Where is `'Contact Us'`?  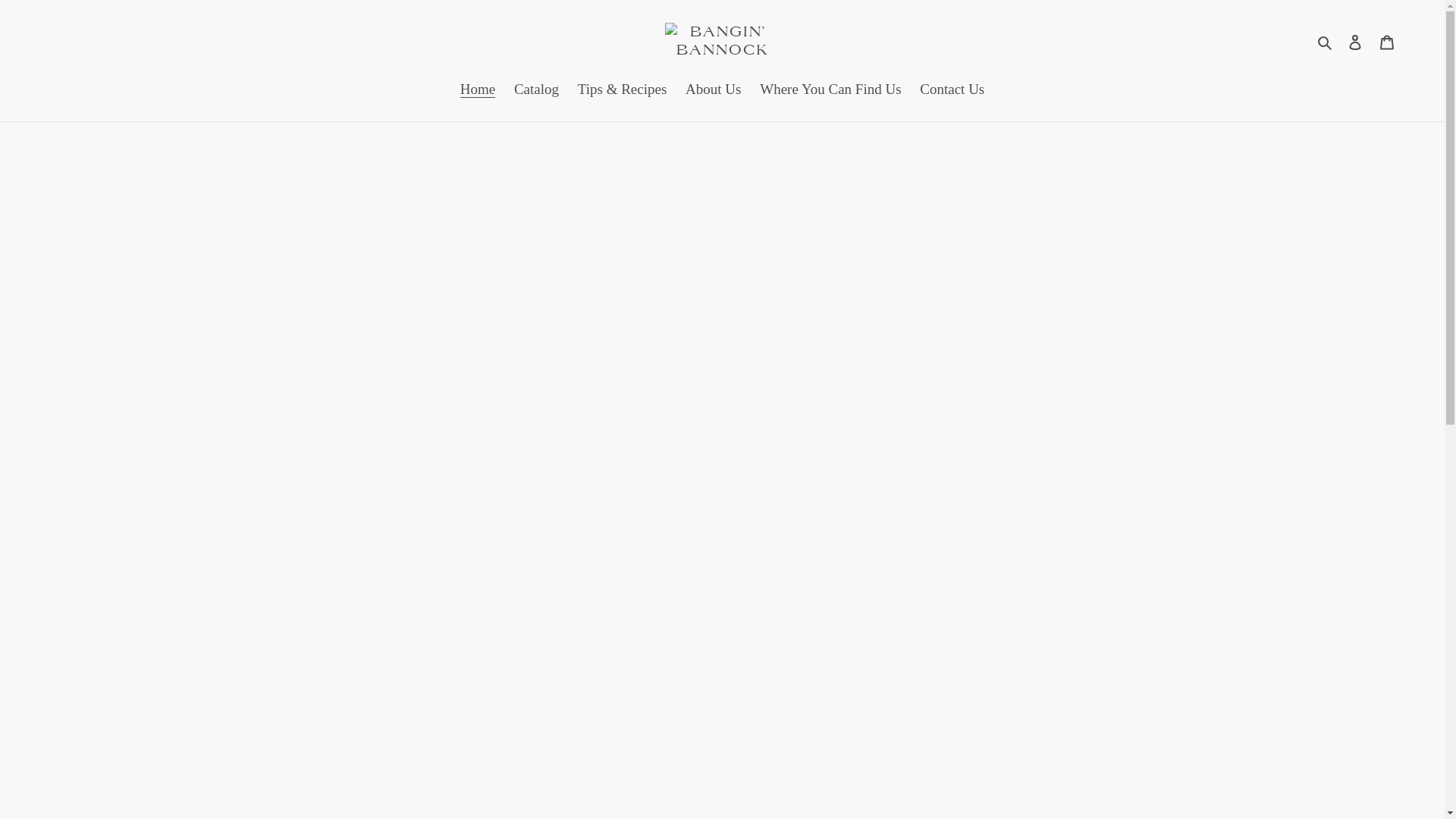 'Contact Us' is located at coordinates (951, 90).